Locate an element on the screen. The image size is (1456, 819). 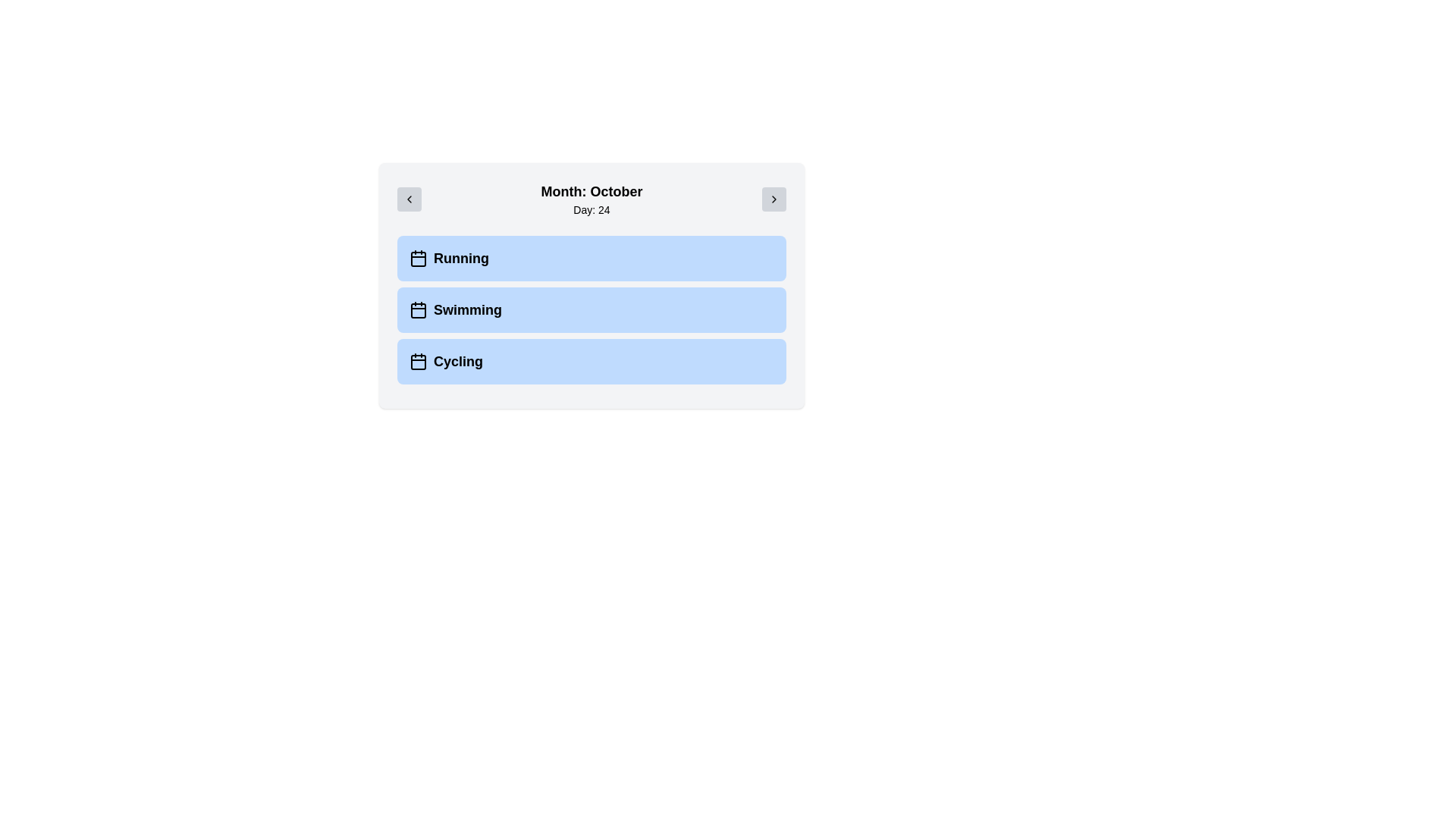
text content of the small text display showing 'Day: 24', which is located directly below the 'Month: October' header is located at coordinates (591, 210).